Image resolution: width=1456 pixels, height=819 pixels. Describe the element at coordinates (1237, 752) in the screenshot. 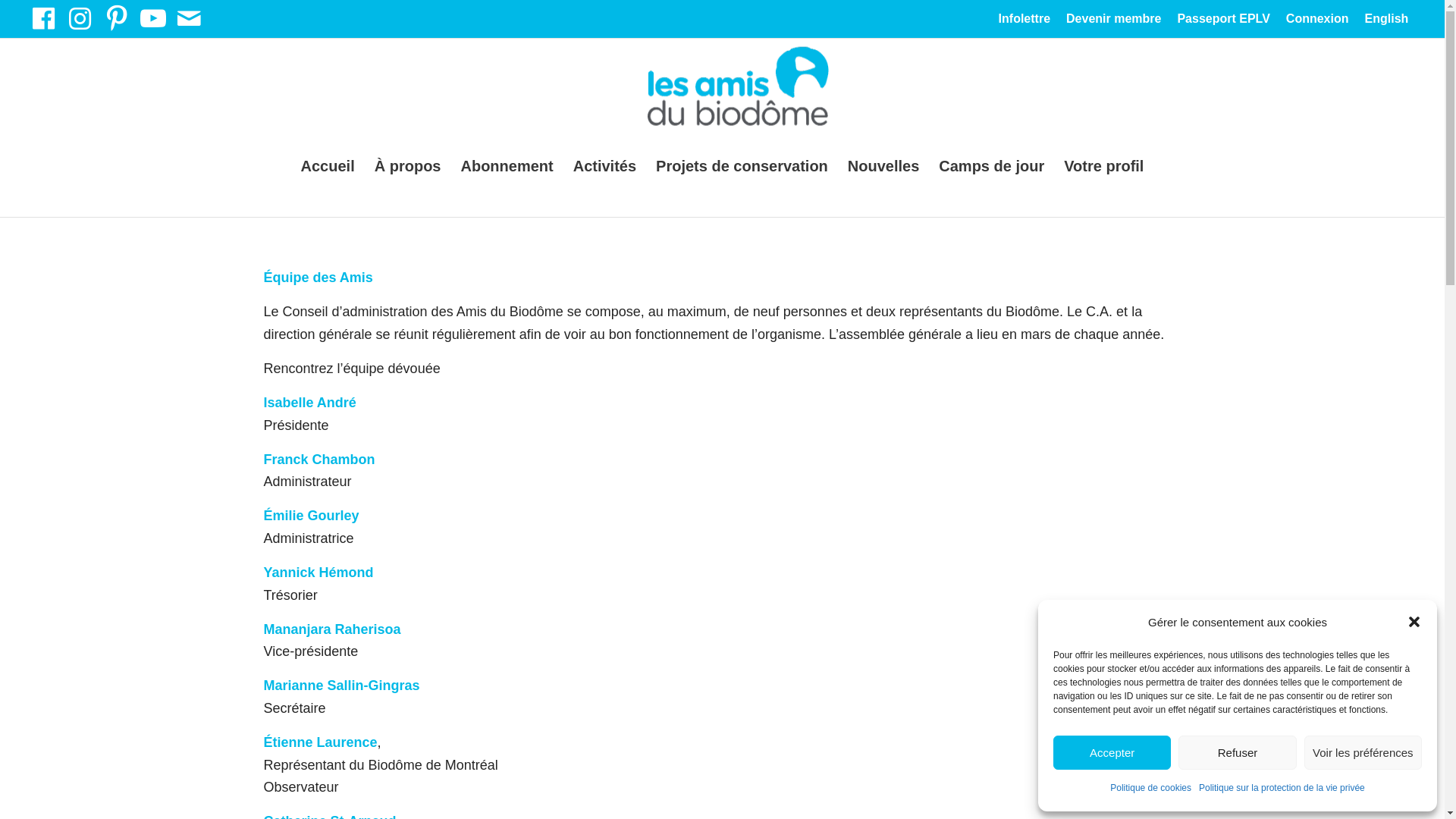

I see `'Refuser'` at that location.